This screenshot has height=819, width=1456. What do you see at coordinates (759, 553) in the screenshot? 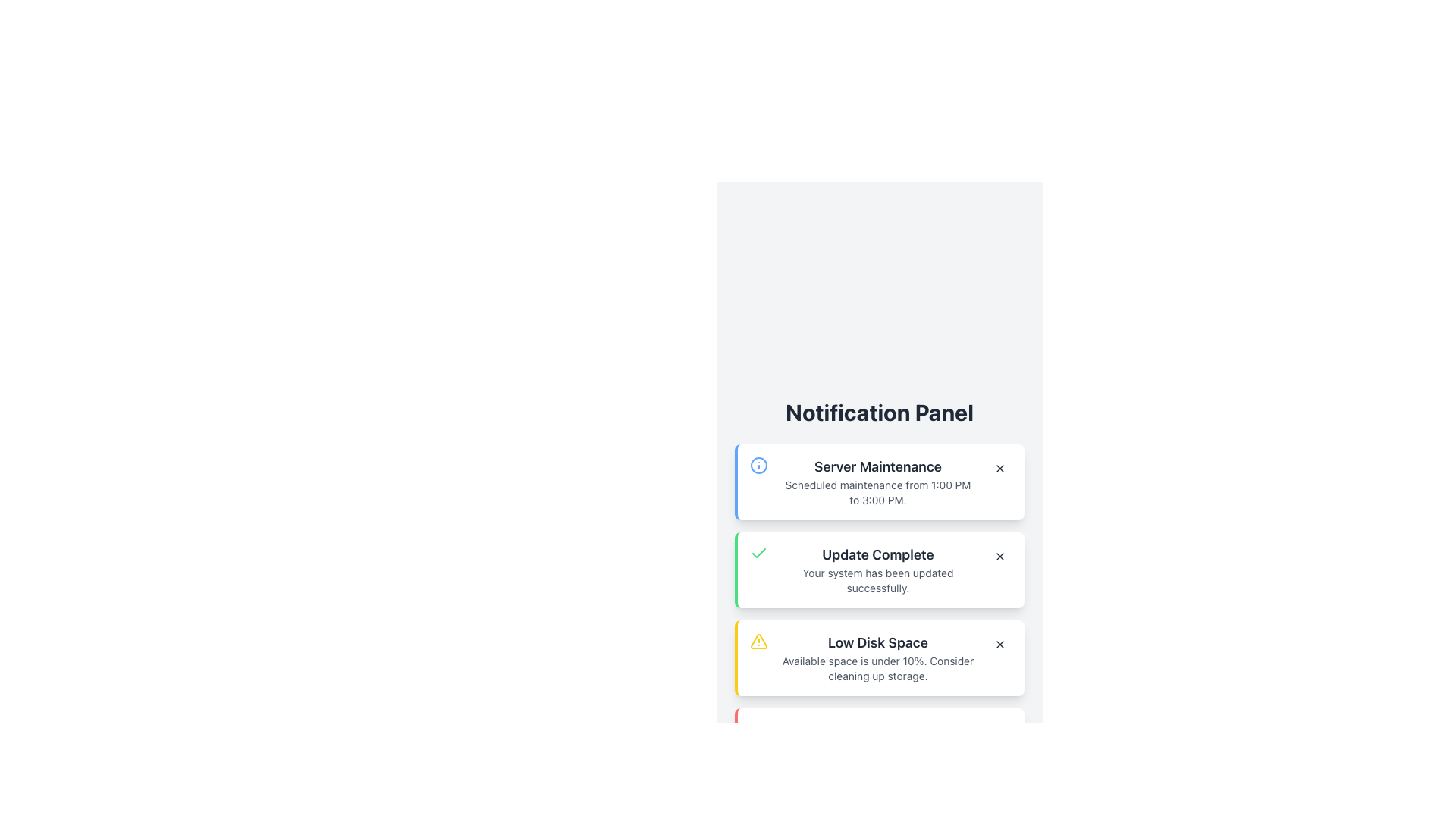
I see `the appearance of the green checkmark icon located in the notification block titled 'Update Complete', which is the second notification in the 'Notification Panel'` at bounding box center [759, 553].